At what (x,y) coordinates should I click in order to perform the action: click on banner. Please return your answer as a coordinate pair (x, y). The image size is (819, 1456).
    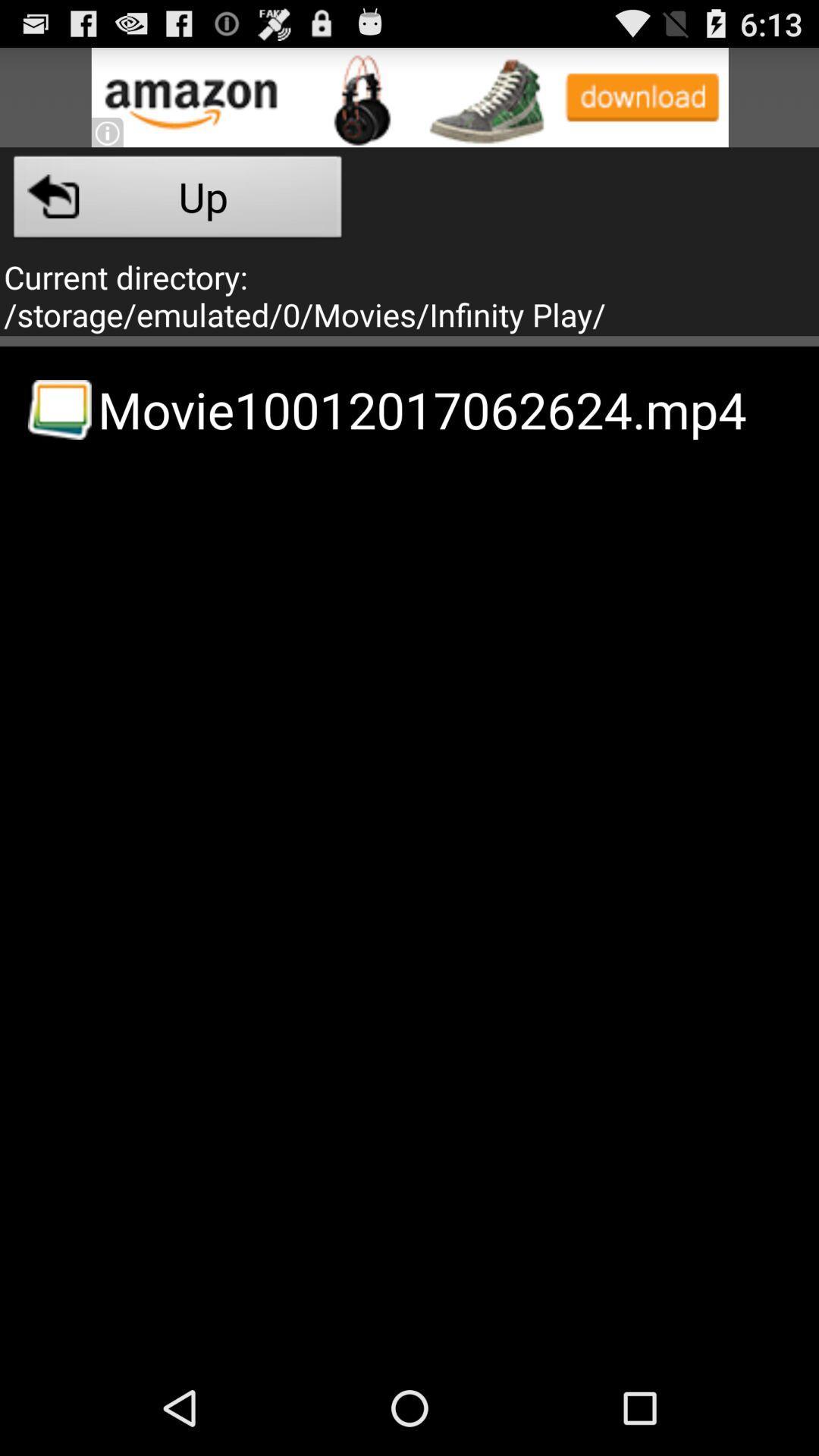
    Looking at the image, I should click on (409, 96).